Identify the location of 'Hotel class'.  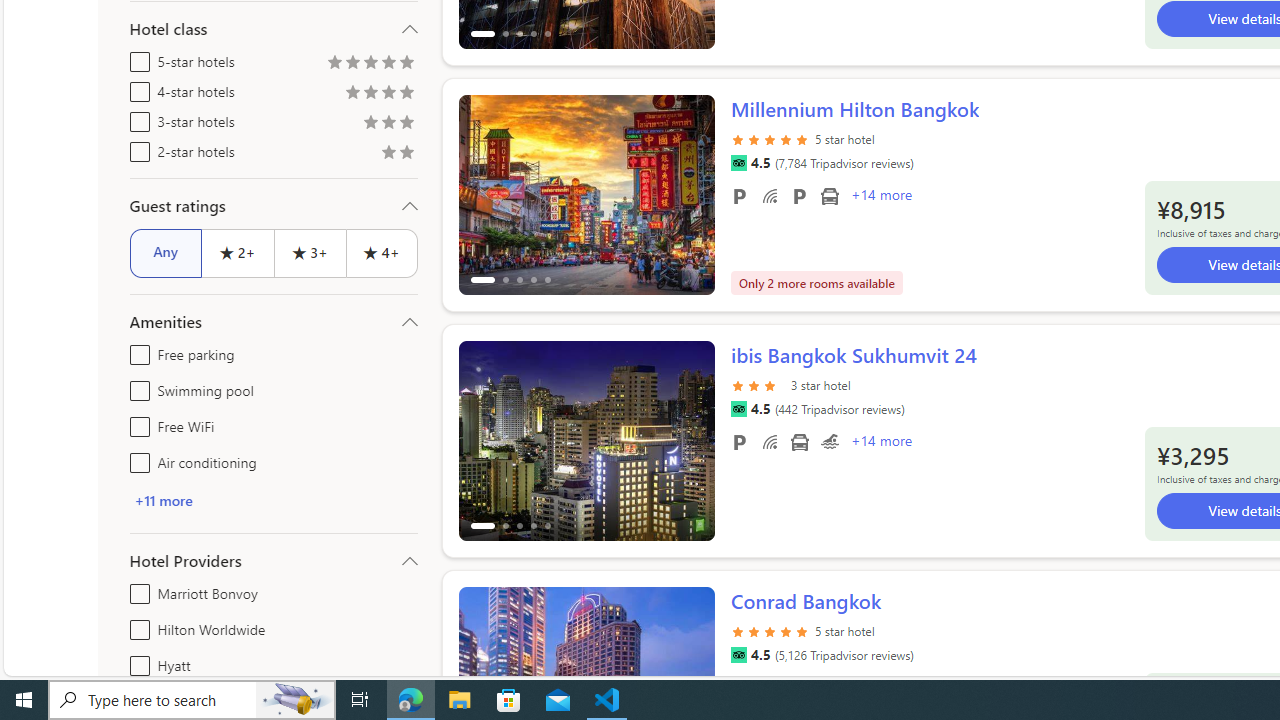
(272, 29).